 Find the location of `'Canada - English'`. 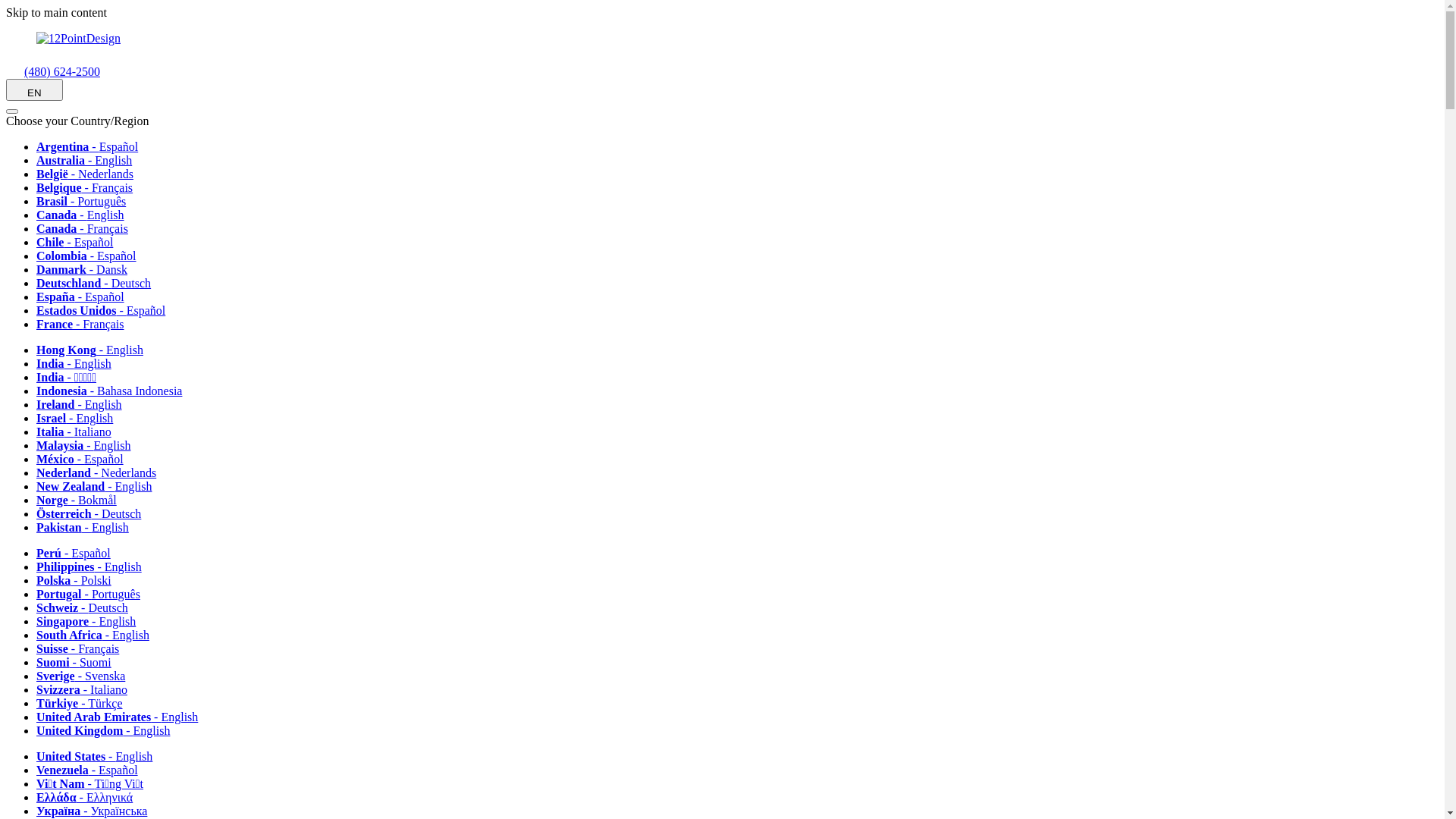

'Canada - English' is located at coordinates (36, 215).